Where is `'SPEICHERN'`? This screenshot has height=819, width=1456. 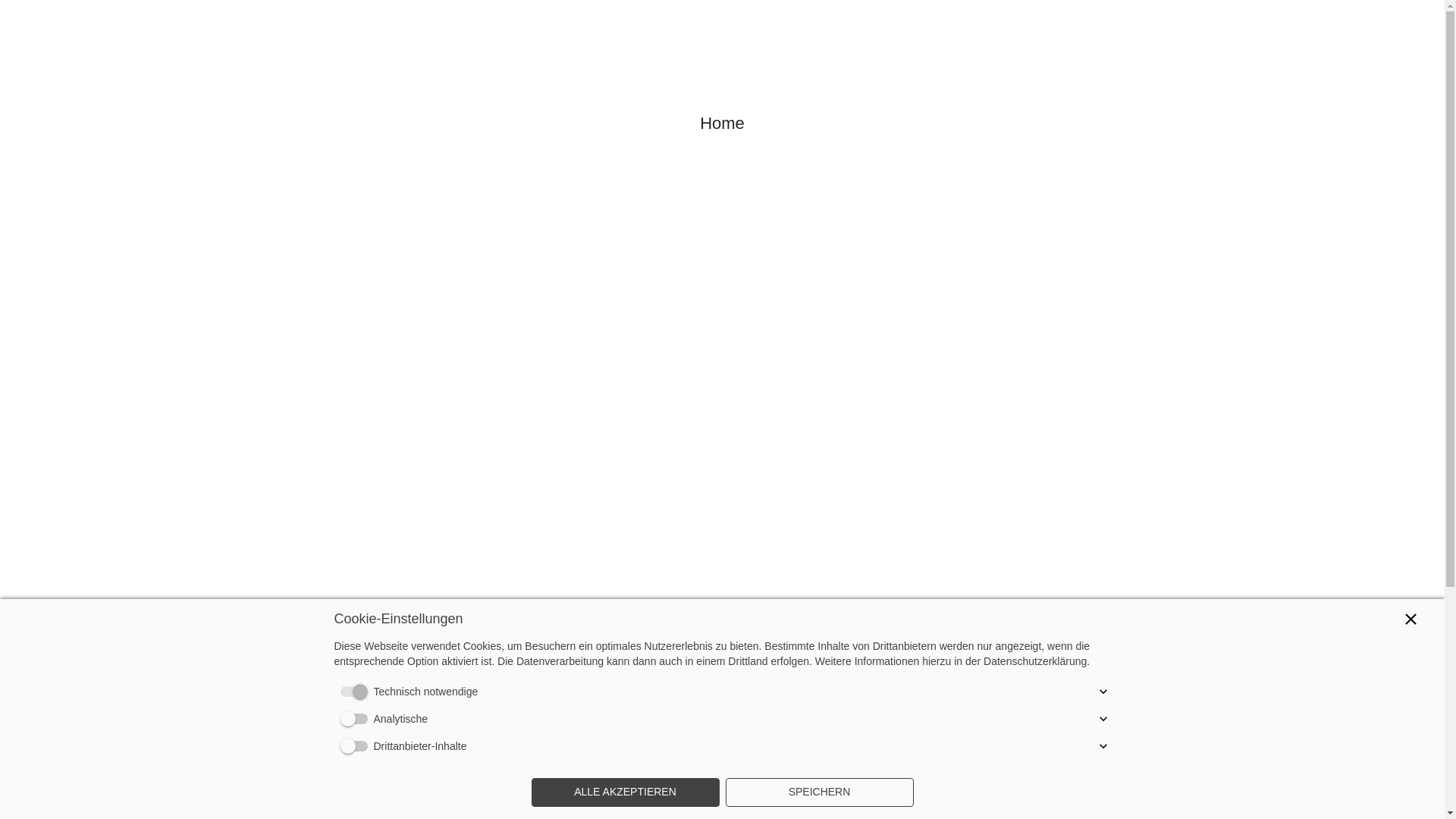 'SPEICHERN' is located at coordinates (818, 792).